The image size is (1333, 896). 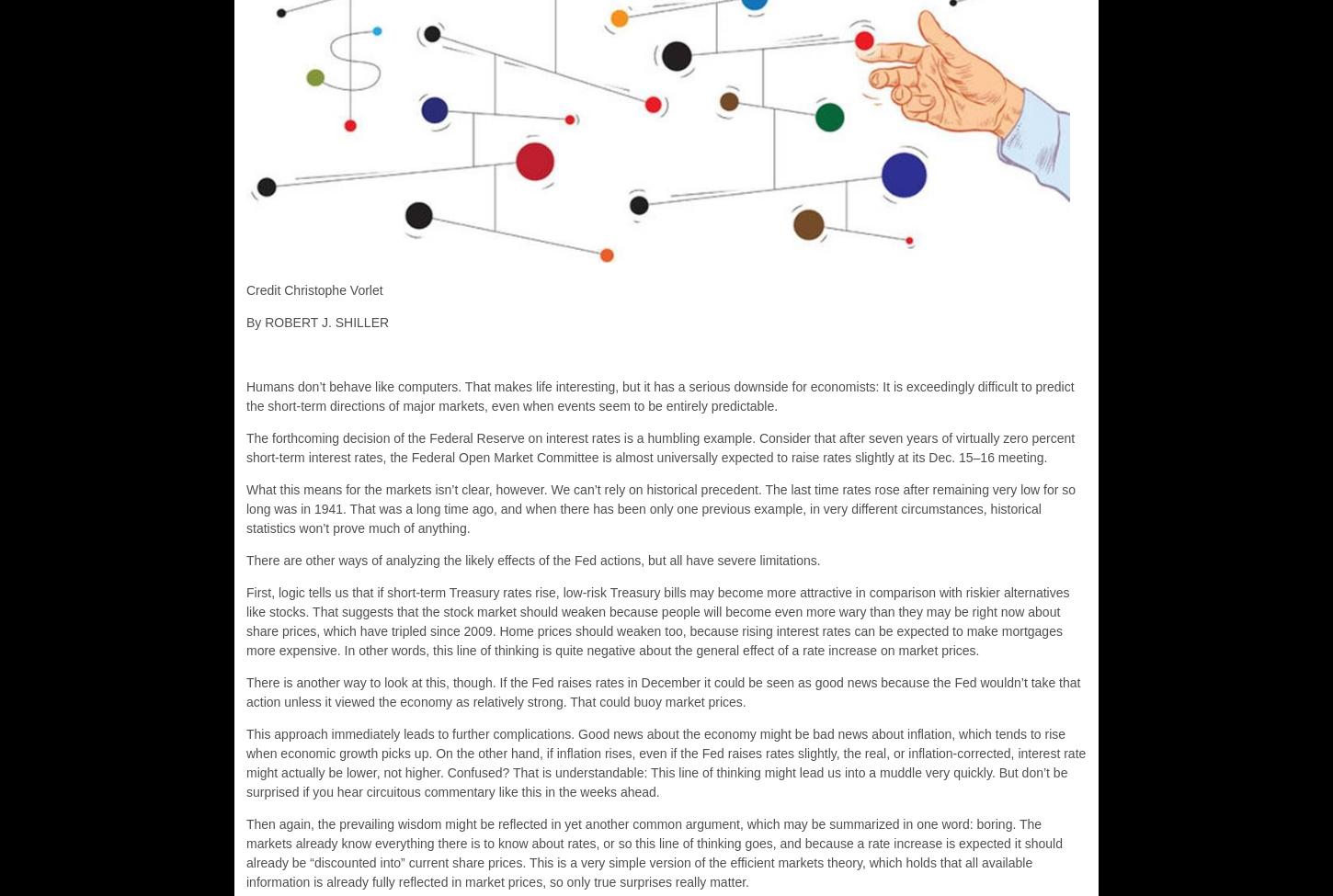 What do you see at coordinates (653, 852) in the screenshot?
I see `'Then again, the prevailing wisdom might be reflected in yet another common argument, which may be summarized in one word: boring. The markets already know everything there is to know about rates, or so this line of thinking goes, and because a rate increase is expected it should already be “discounted into” current share prices. This is a very simple version of the efficient markets theory, which holds that all available information is already fully reflected in market prices, so only true surprises really matter.'` at bounding box center [653, 852].